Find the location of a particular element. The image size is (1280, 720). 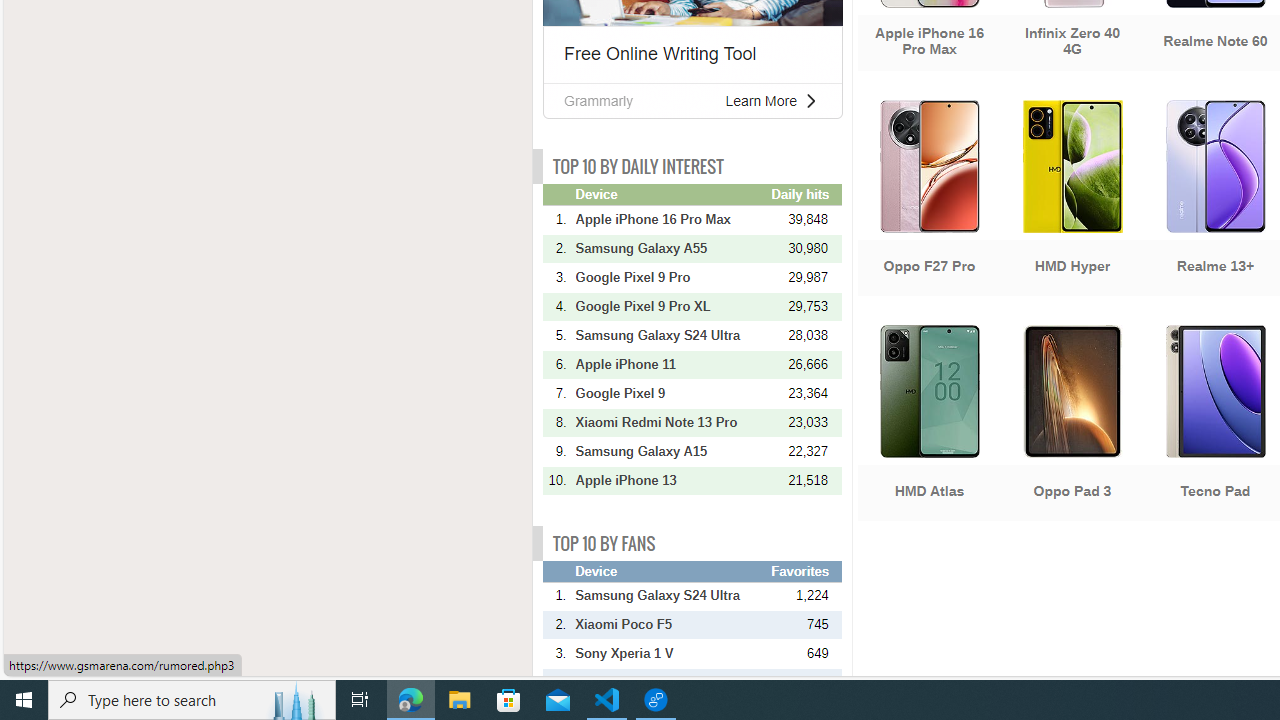

'Samsung Galaxy S24 Ultra' is located at coordinates (671, 594).